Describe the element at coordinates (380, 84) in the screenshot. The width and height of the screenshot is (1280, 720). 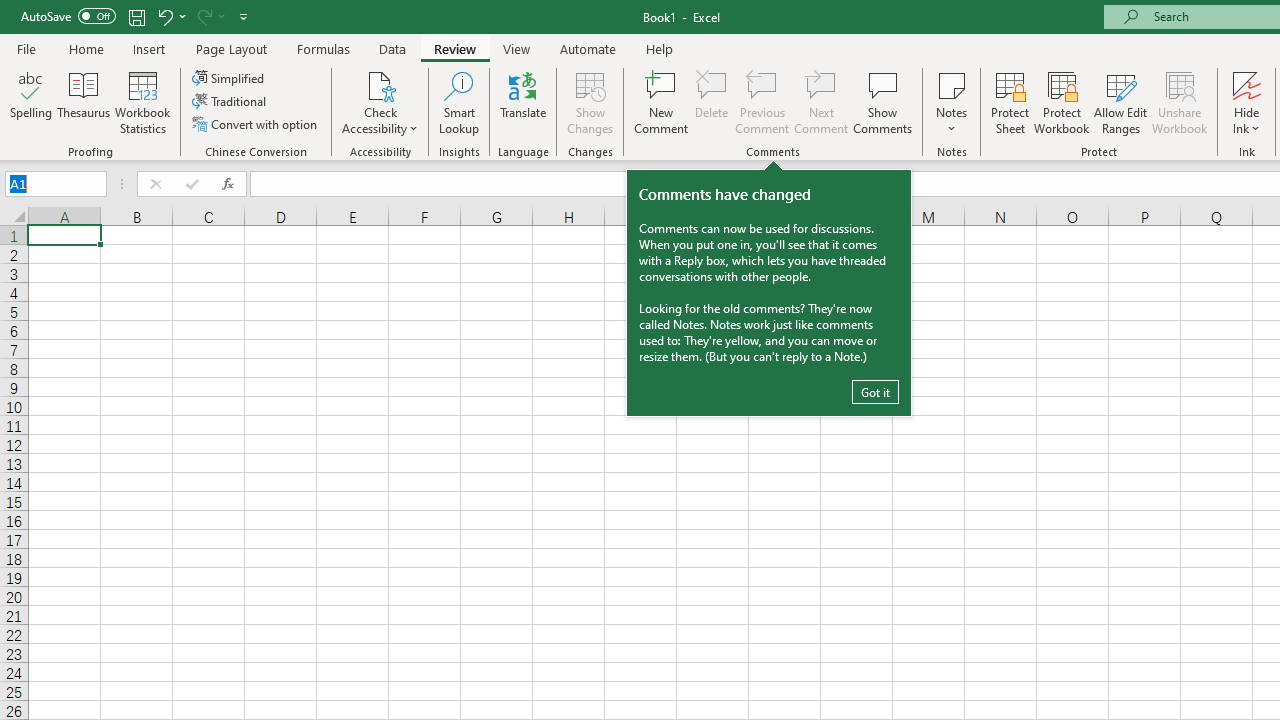
I see `'Check Accessibility'` at that location.